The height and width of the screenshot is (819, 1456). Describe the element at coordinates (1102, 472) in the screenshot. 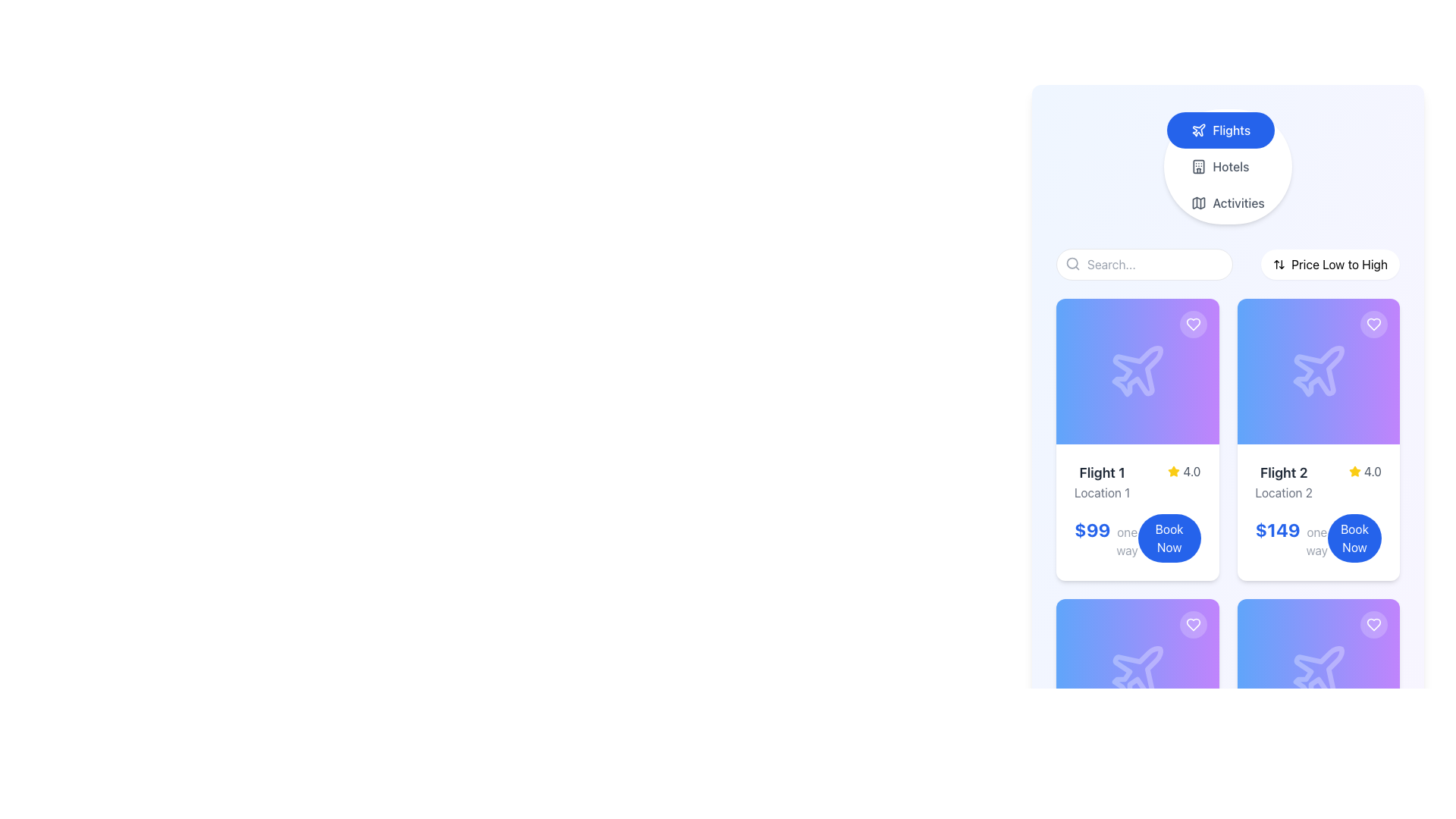

I see `the text label that identifies the flight option in the top-left card of the flight options grid` at that location.